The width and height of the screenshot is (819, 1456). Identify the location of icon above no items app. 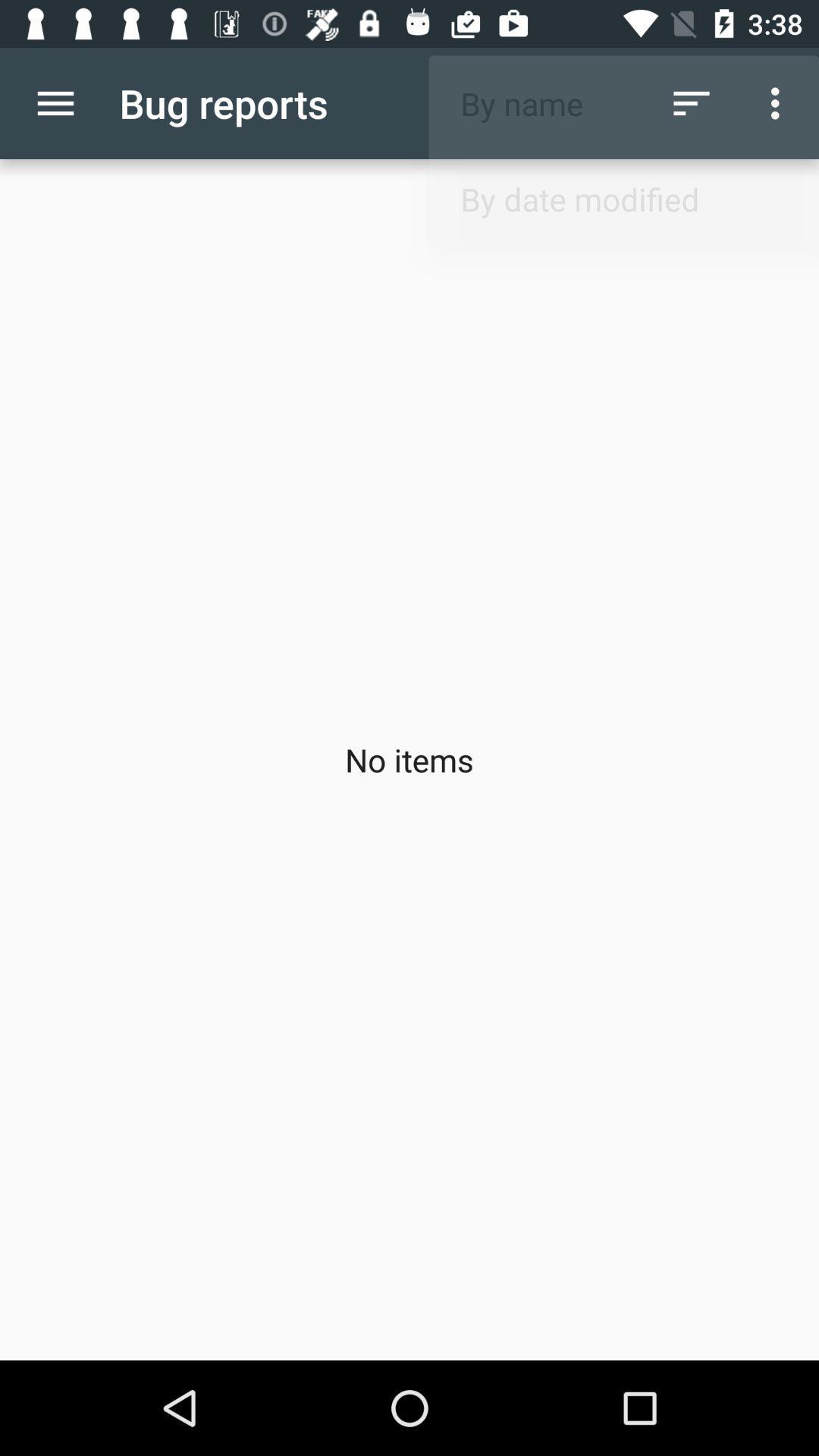
(55, 102).